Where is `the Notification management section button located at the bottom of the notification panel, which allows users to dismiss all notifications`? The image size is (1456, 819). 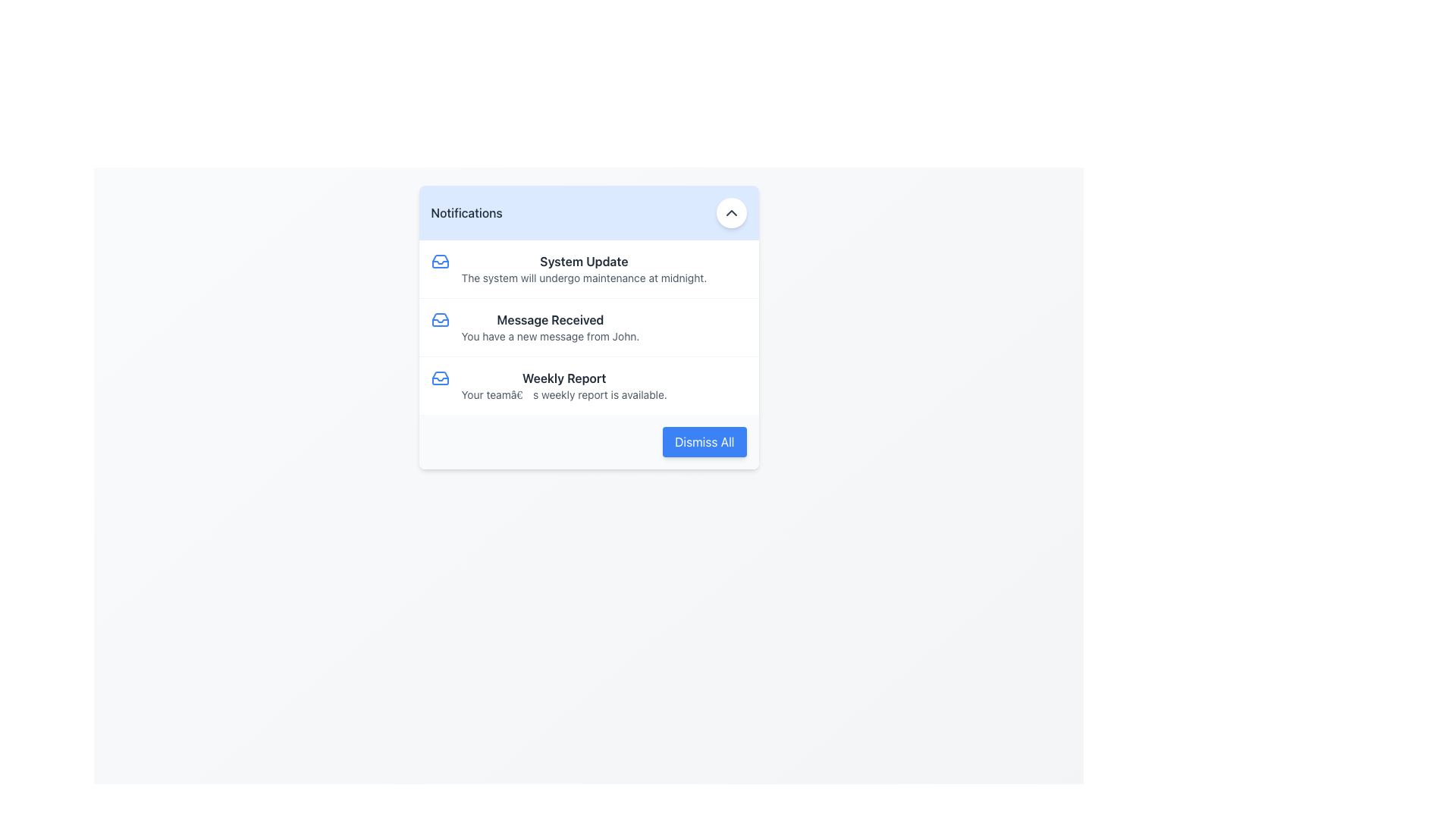
the Notification management section button located at the bottom of the notification panel, which allows users to dismiss all notifications is located at coordinates (588, 441).